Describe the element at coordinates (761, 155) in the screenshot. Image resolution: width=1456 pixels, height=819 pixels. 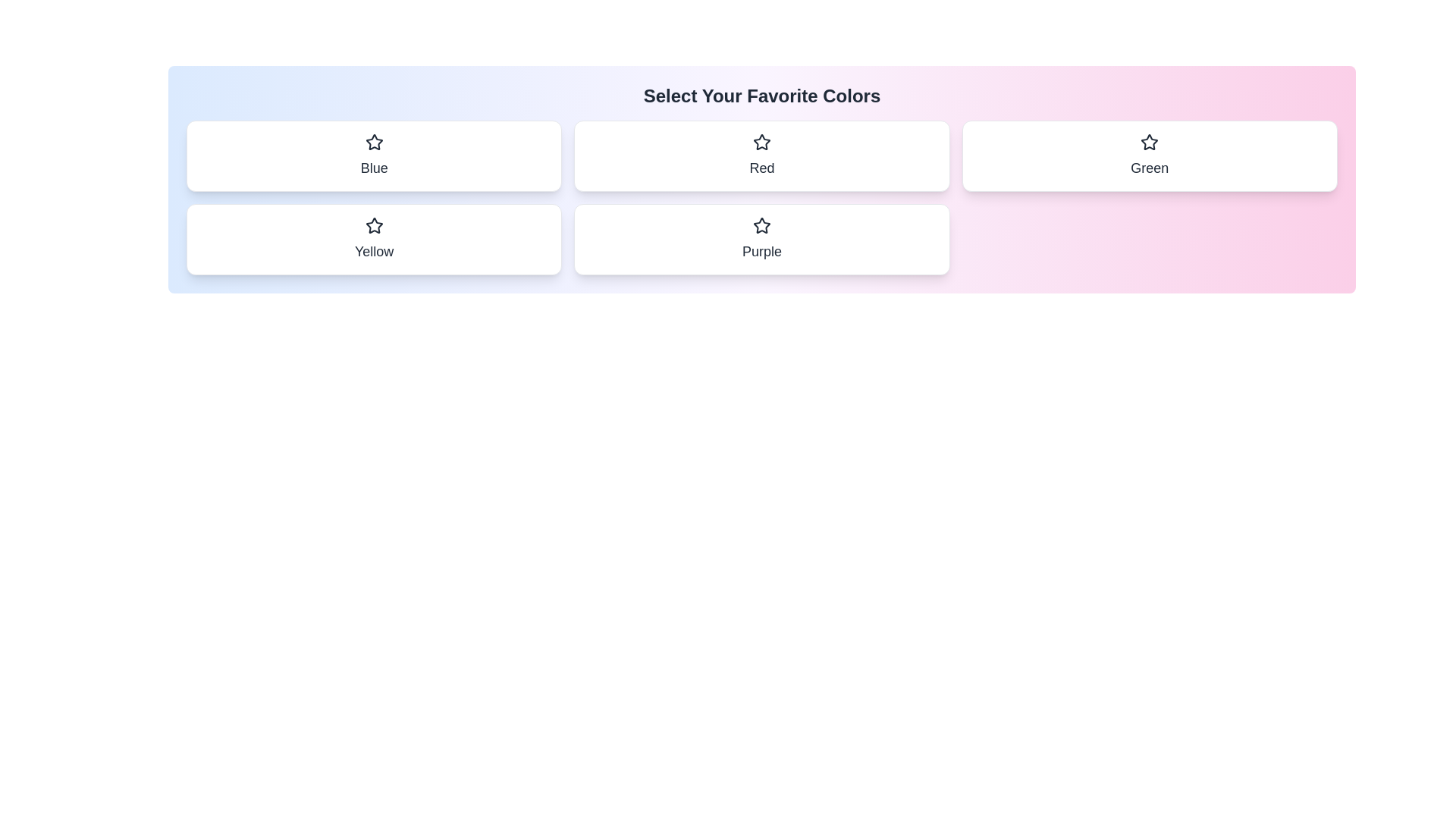
I see `the color chip Red` at that location.